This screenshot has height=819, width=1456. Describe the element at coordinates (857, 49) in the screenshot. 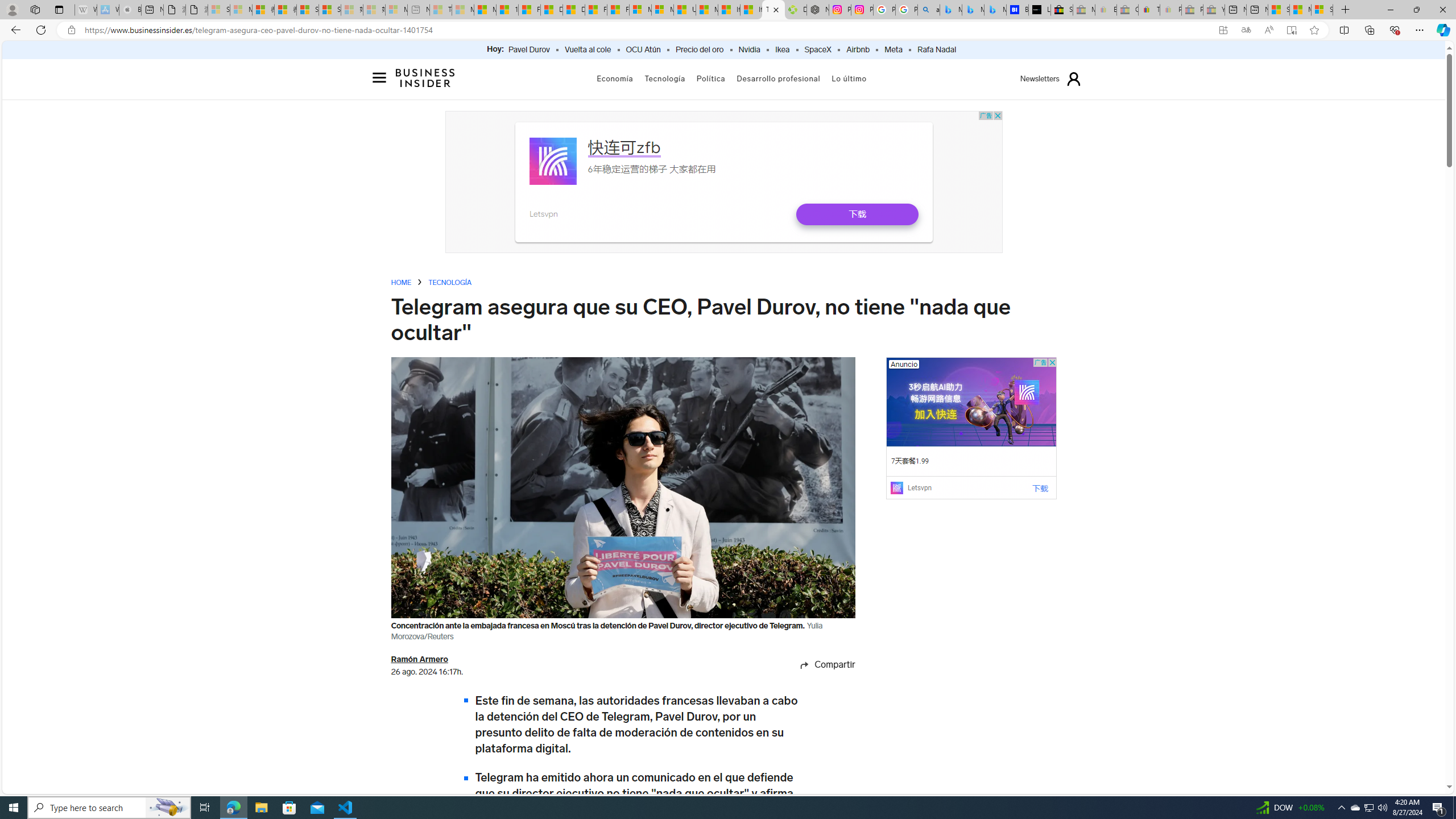

I see `'Airbnb'` at that location.